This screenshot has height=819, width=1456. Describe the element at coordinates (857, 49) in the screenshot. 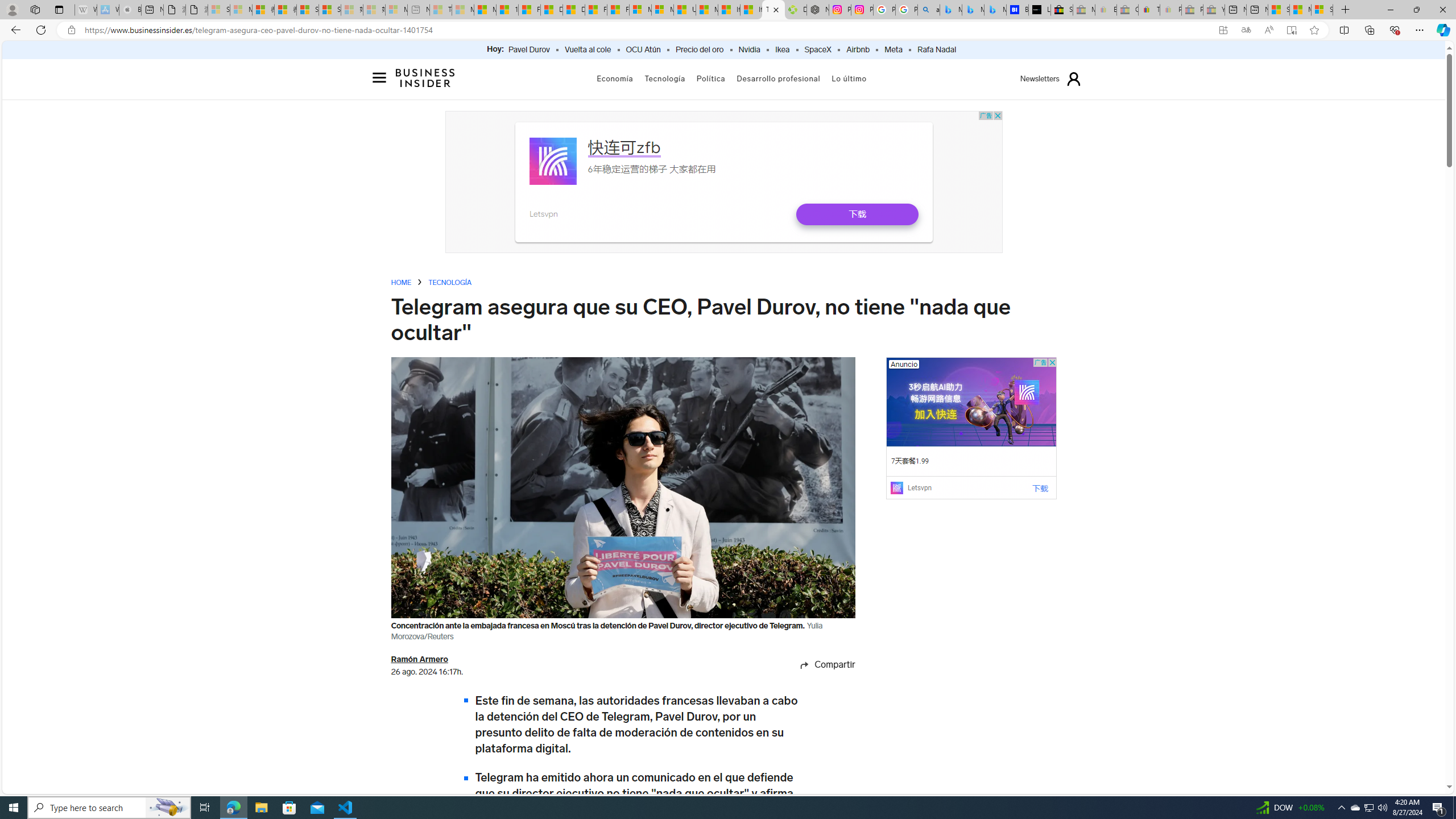

I see `'Airbnb'` at that location.